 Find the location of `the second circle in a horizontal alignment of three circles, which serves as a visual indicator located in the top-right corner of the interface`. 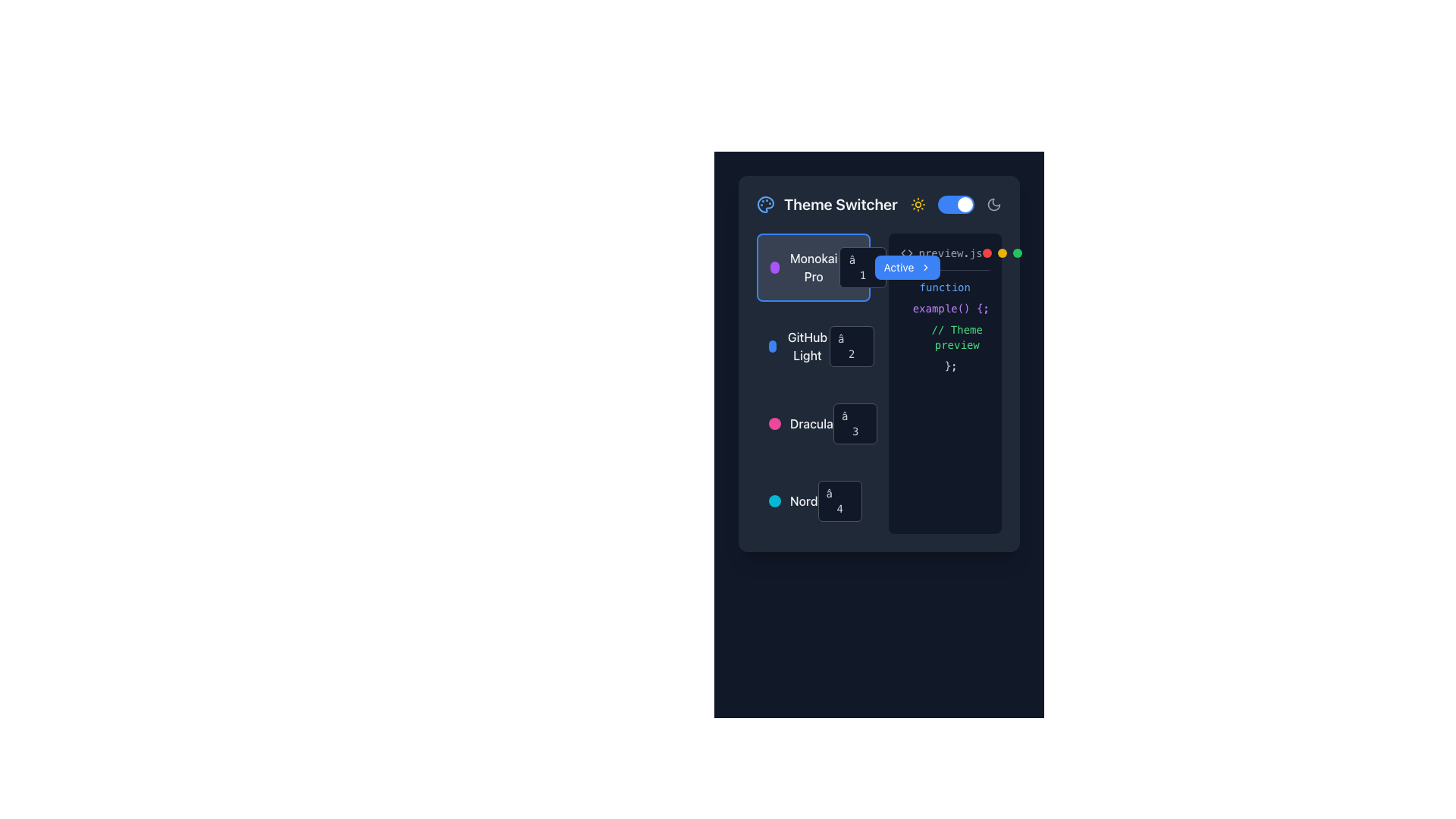

the second circle in a horizontal alignment of three circles, which serves as a visual indicator located in the top-right corner of the interface is located at coordinates (1002, 253).